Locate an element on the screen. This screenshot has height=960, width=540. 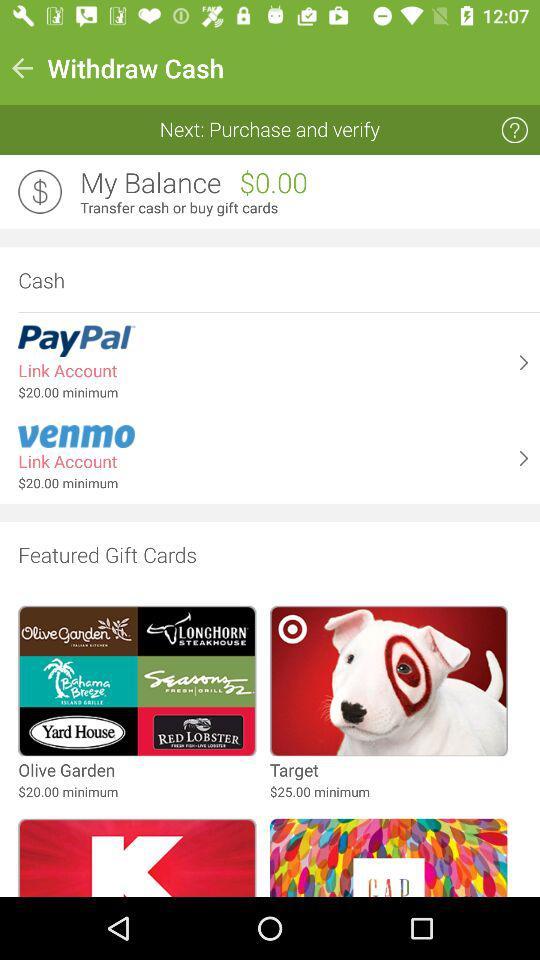
item next to the my balance icon is located at coordinates (40, 192).